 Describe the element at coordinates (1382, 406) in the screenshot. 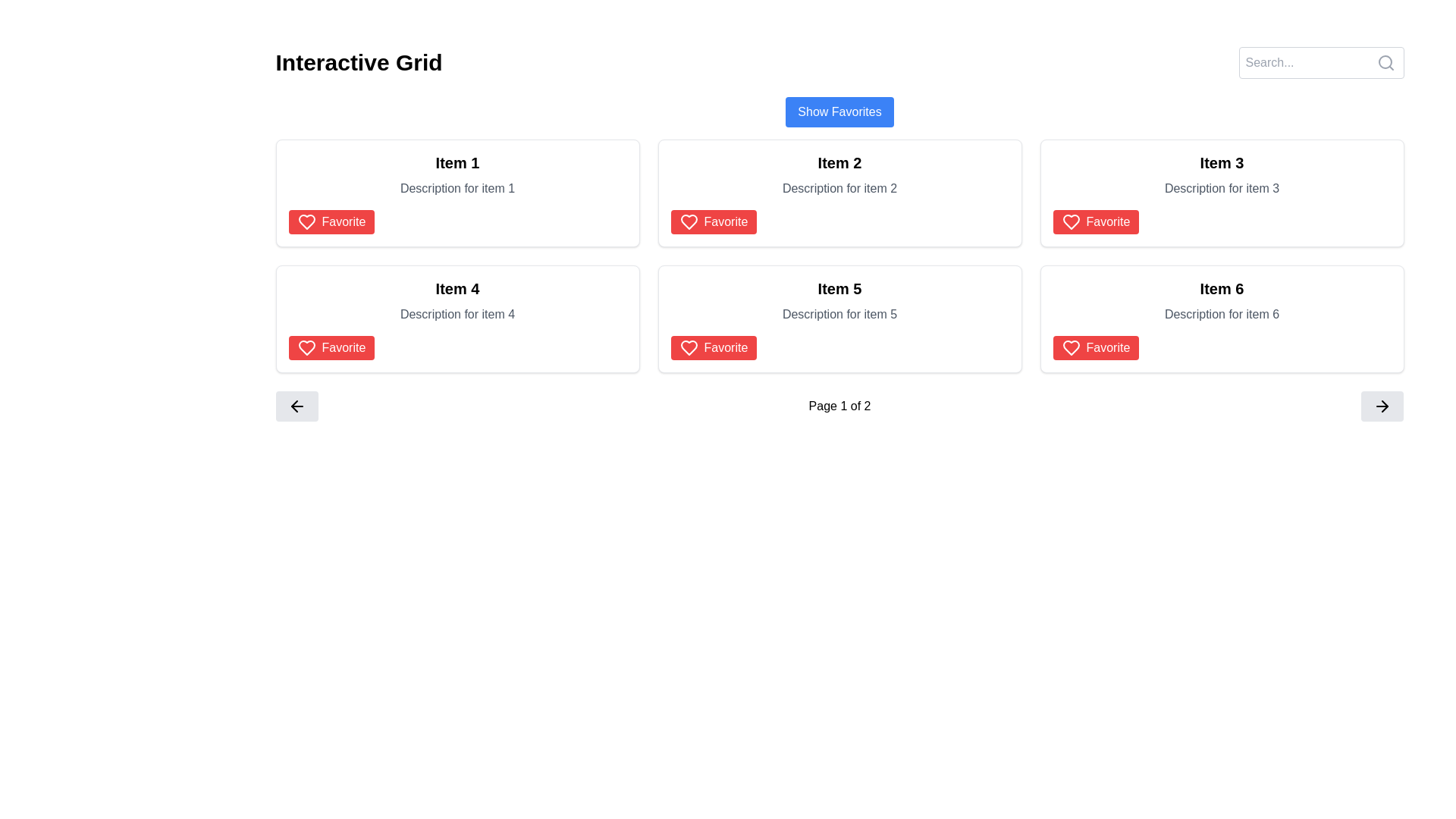

I see `the pagination IconButton located in the bottom-right corner of the interface for keyboard navigation` at that location.